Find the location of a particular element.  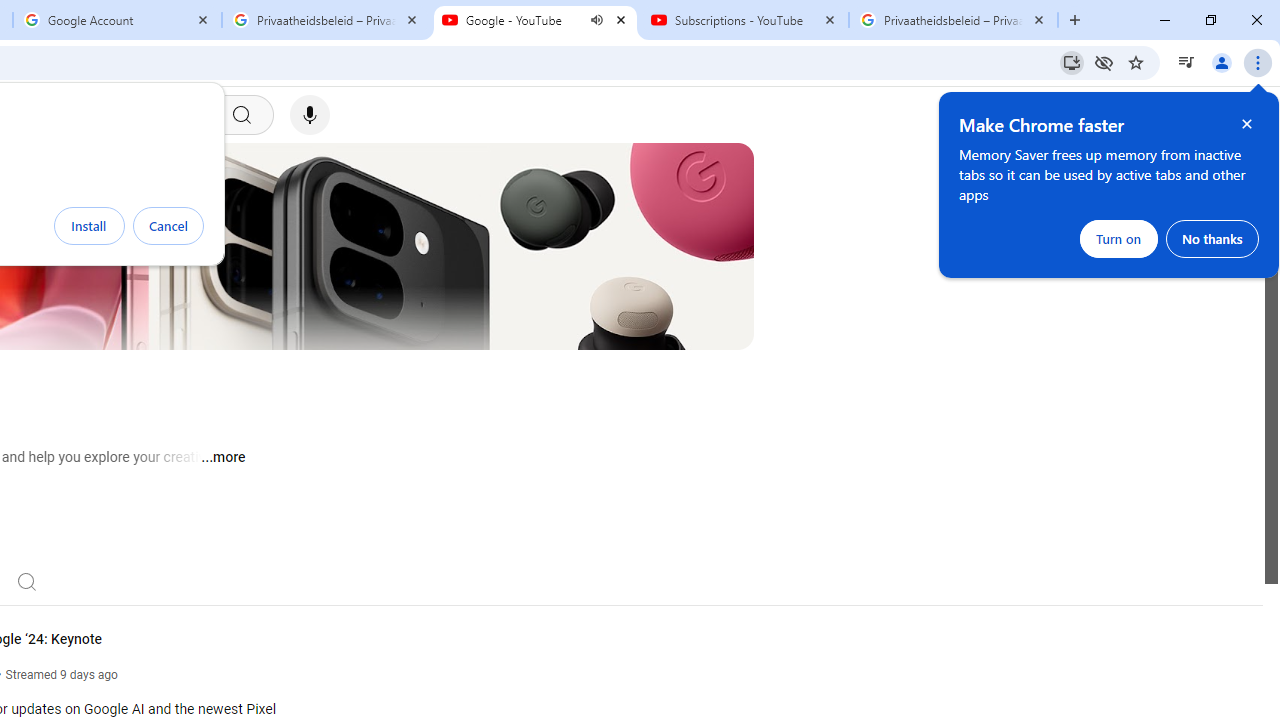

'No thanks' is located at coordinates (1211, 238).